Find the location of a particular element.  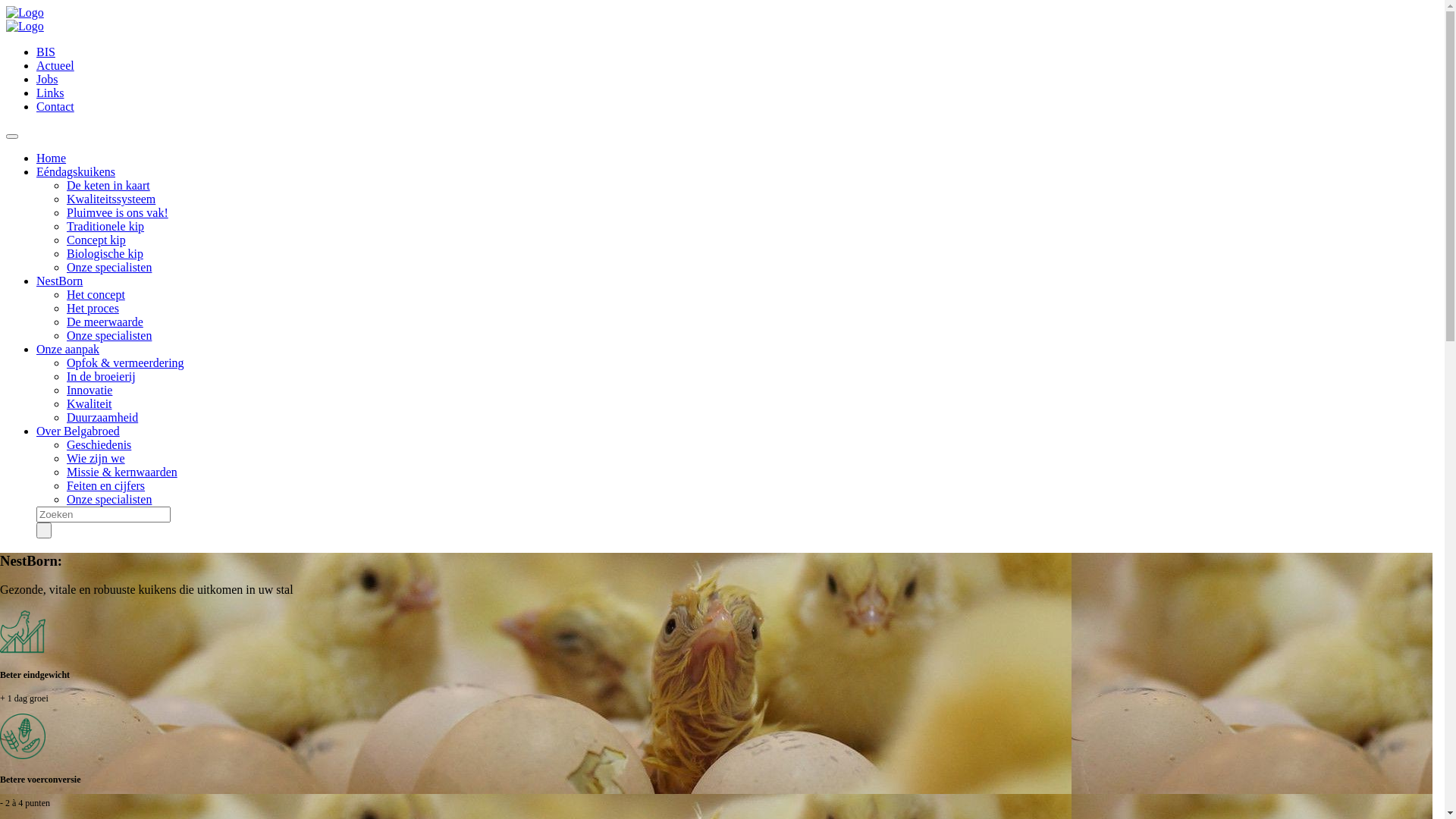

'Biologische kip' is located at coordinates (104, 253).